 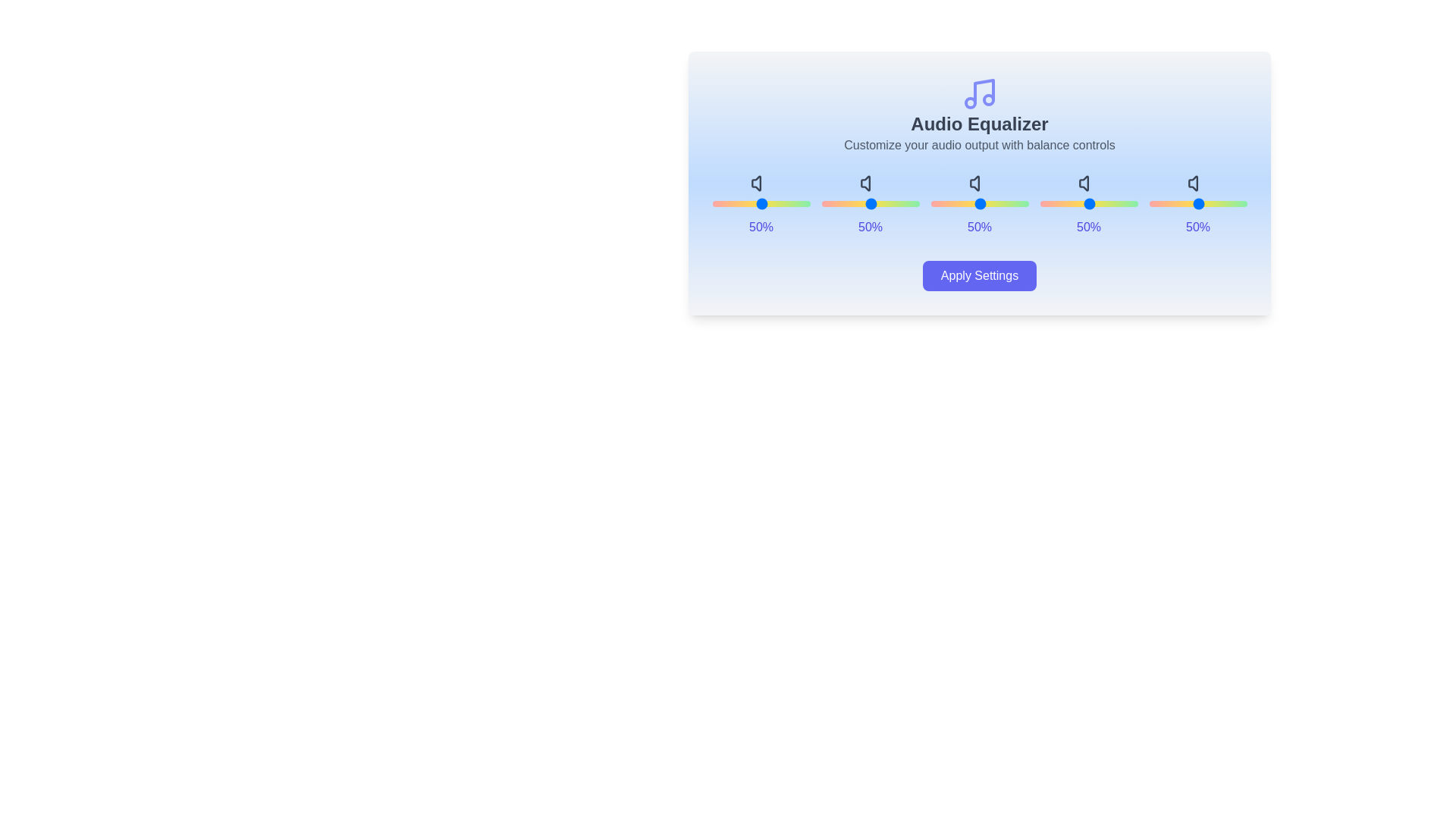 I want to click on the slider for band 2 to 75%, so click(x=1036, y=203).